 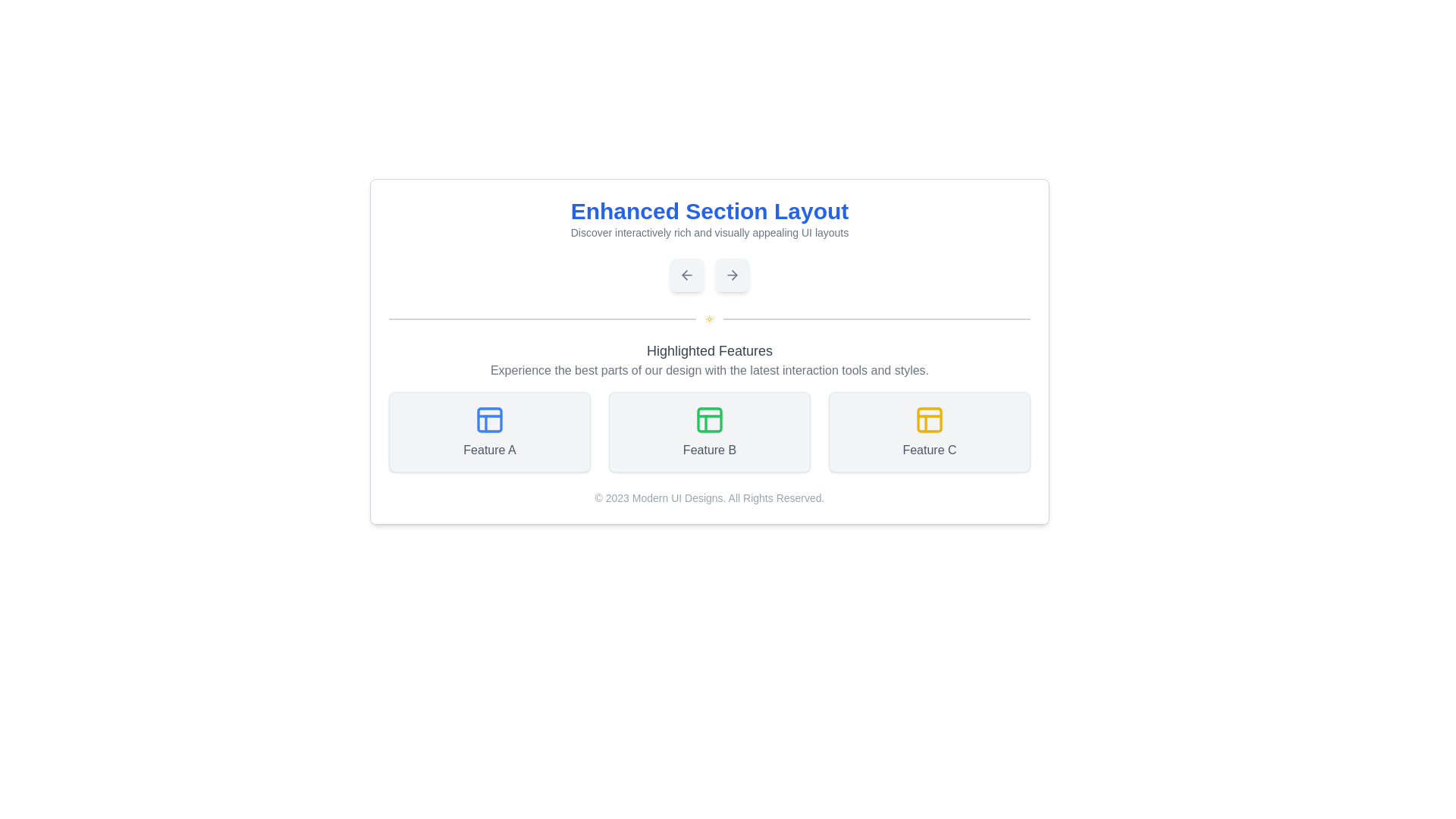 What do you see at coordinates (686, 275) in the screenshot?
I see `the first button from the left in the horizontal navigation controls` at bounding box center [686, 275].